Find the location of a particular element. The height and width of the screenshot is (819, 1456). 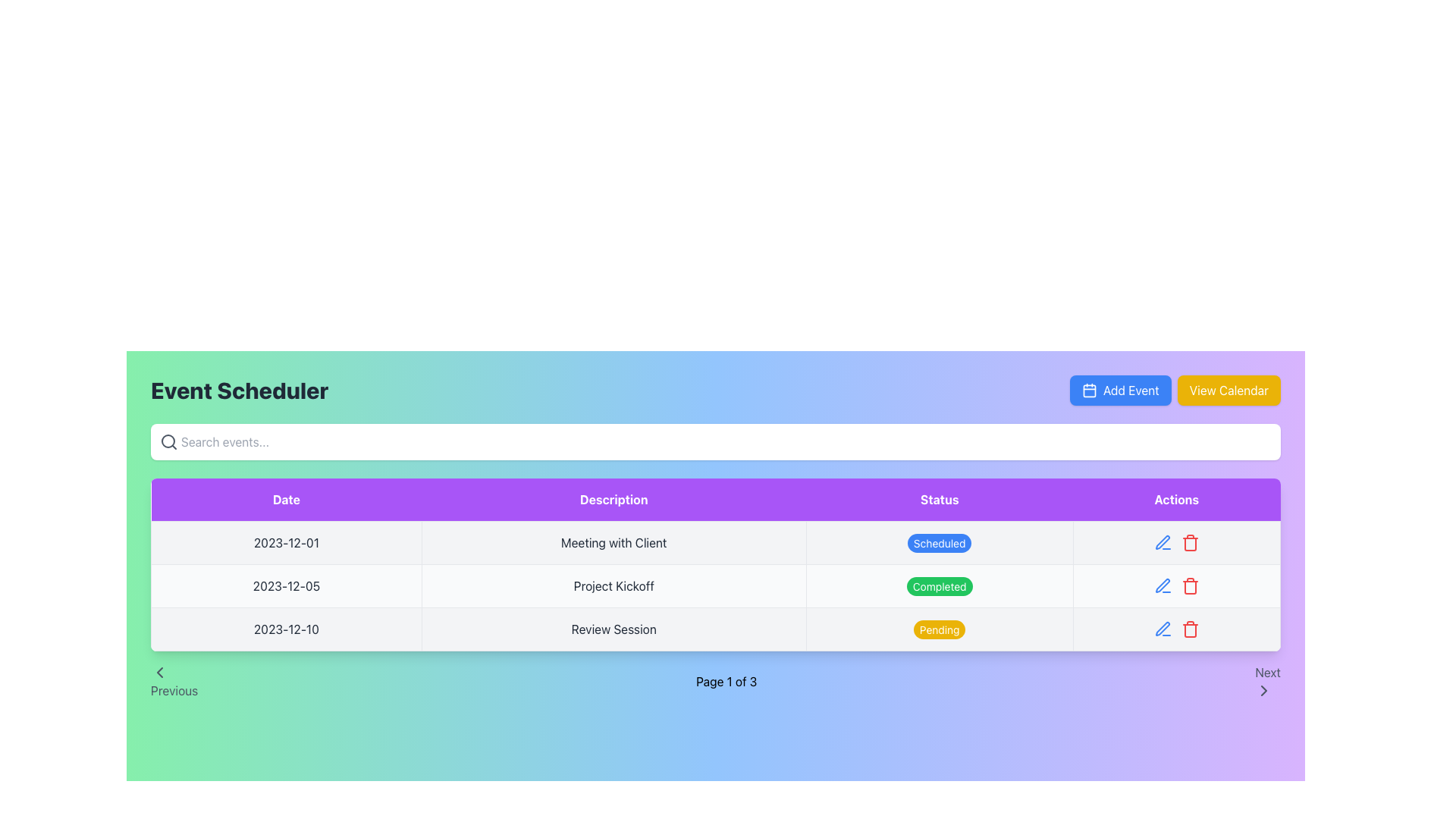

the 'Completed' status badge in the table row displaying event information for 'Project Kickoff' on '2023-12-05' is located at coordinates (715, 585).